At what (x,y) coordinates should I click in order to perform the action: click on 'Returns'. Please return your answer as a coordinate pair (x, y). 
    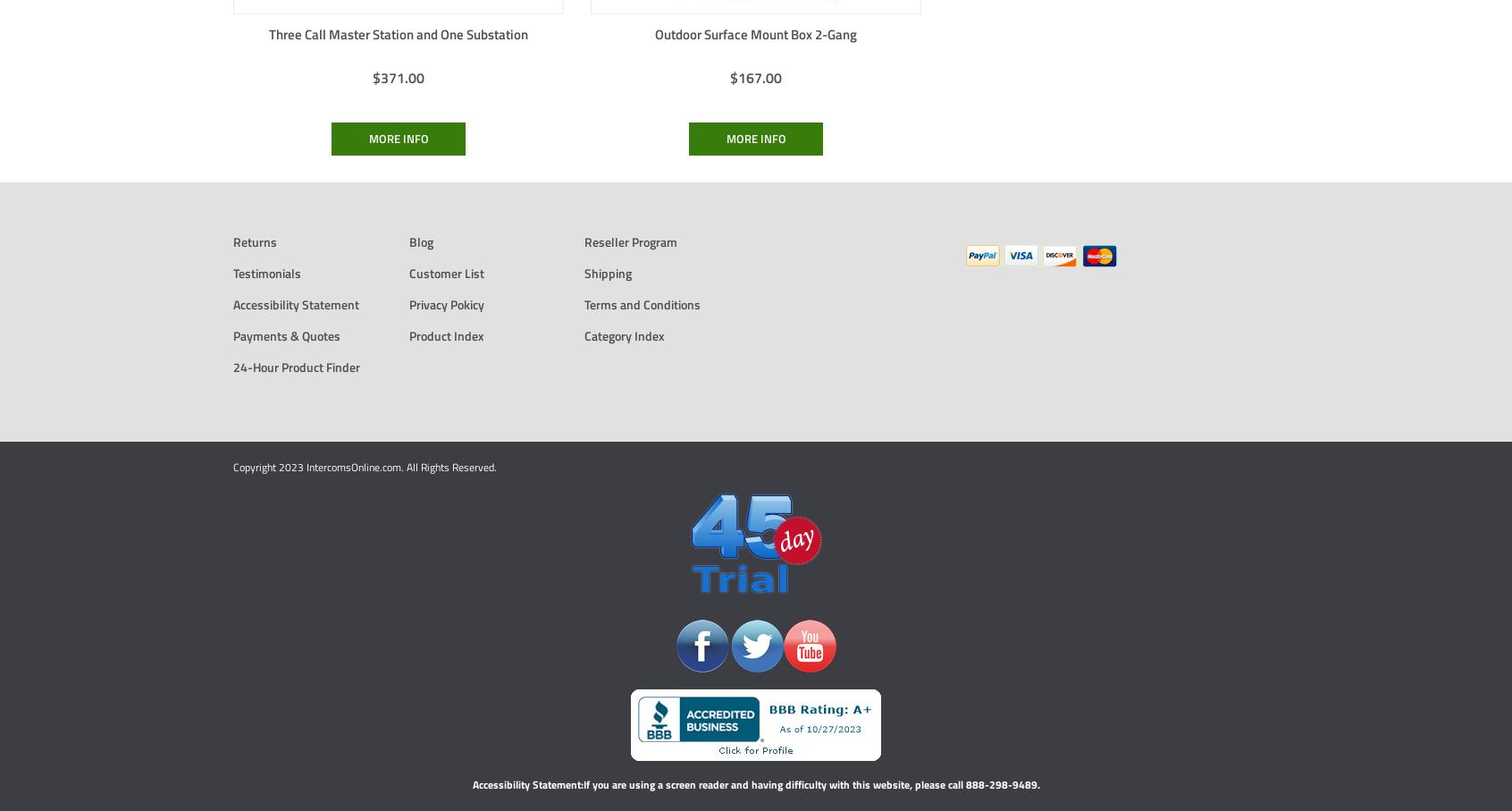
    Looking at the image, I should click on (254, 240).